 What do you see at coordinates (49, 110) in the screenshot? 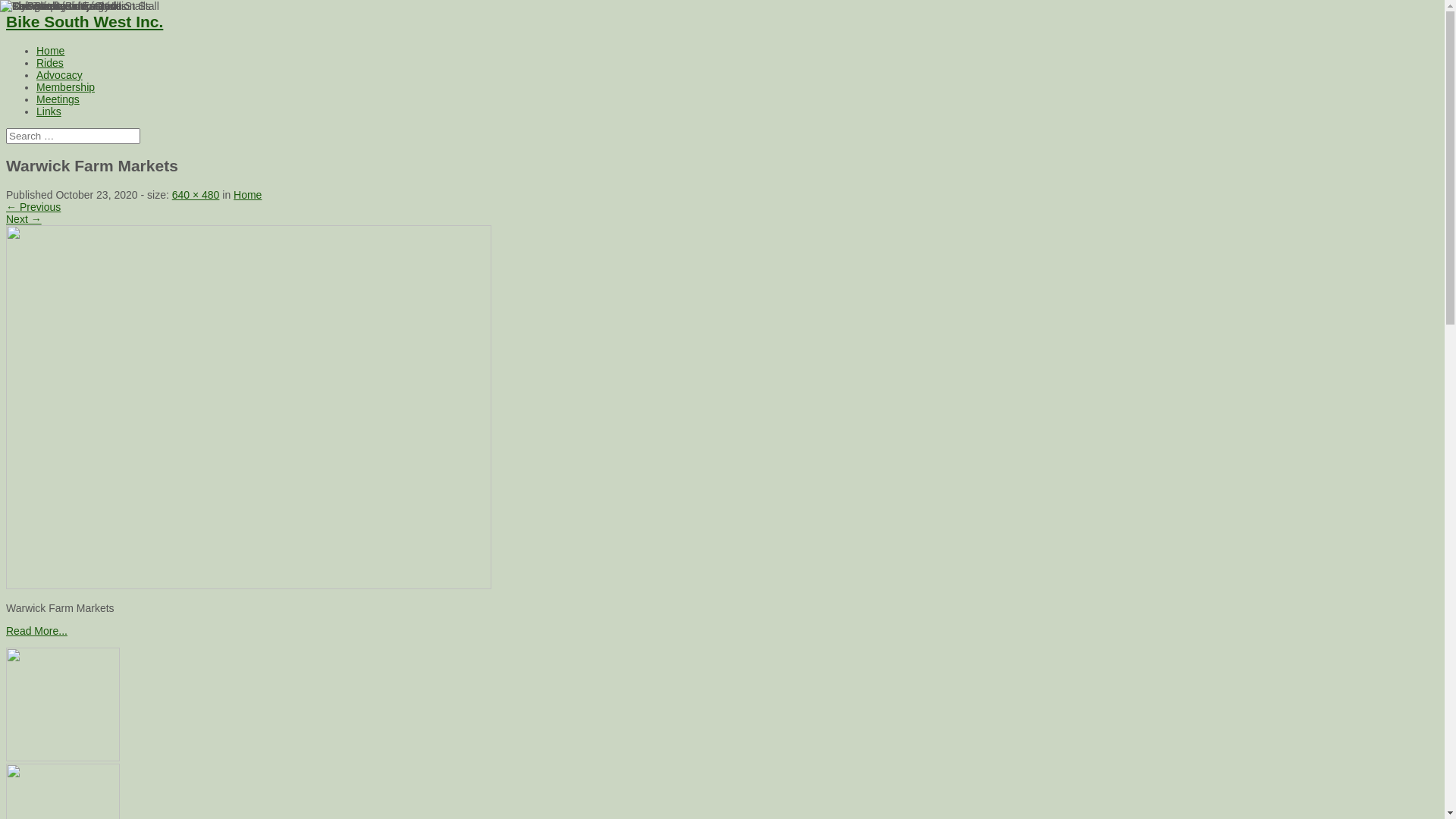
I see `'Links'` at bounding box center [49, 110].